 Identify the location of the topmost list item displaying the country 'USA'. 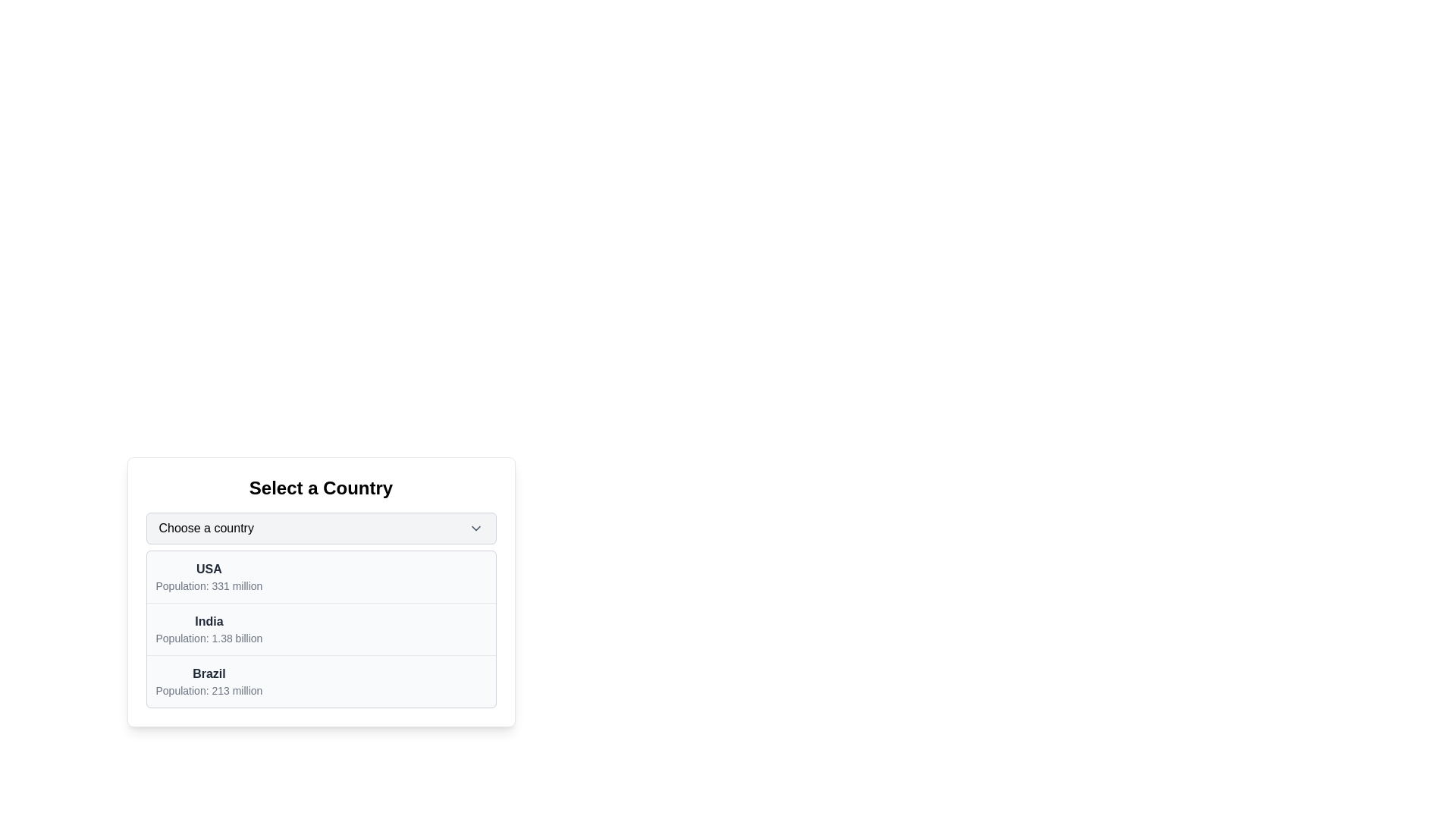
(208, 576).